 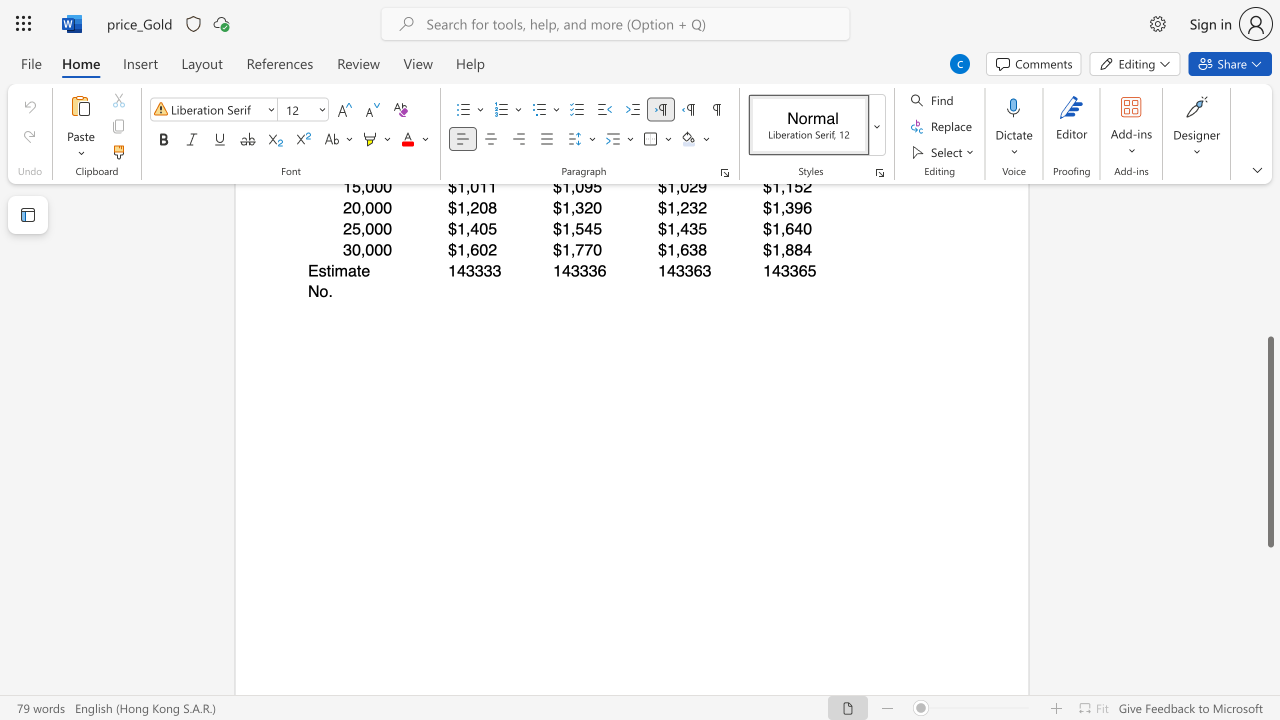 I want to click on the scrollbar to scroll upward, so click(x=1269, y=228).